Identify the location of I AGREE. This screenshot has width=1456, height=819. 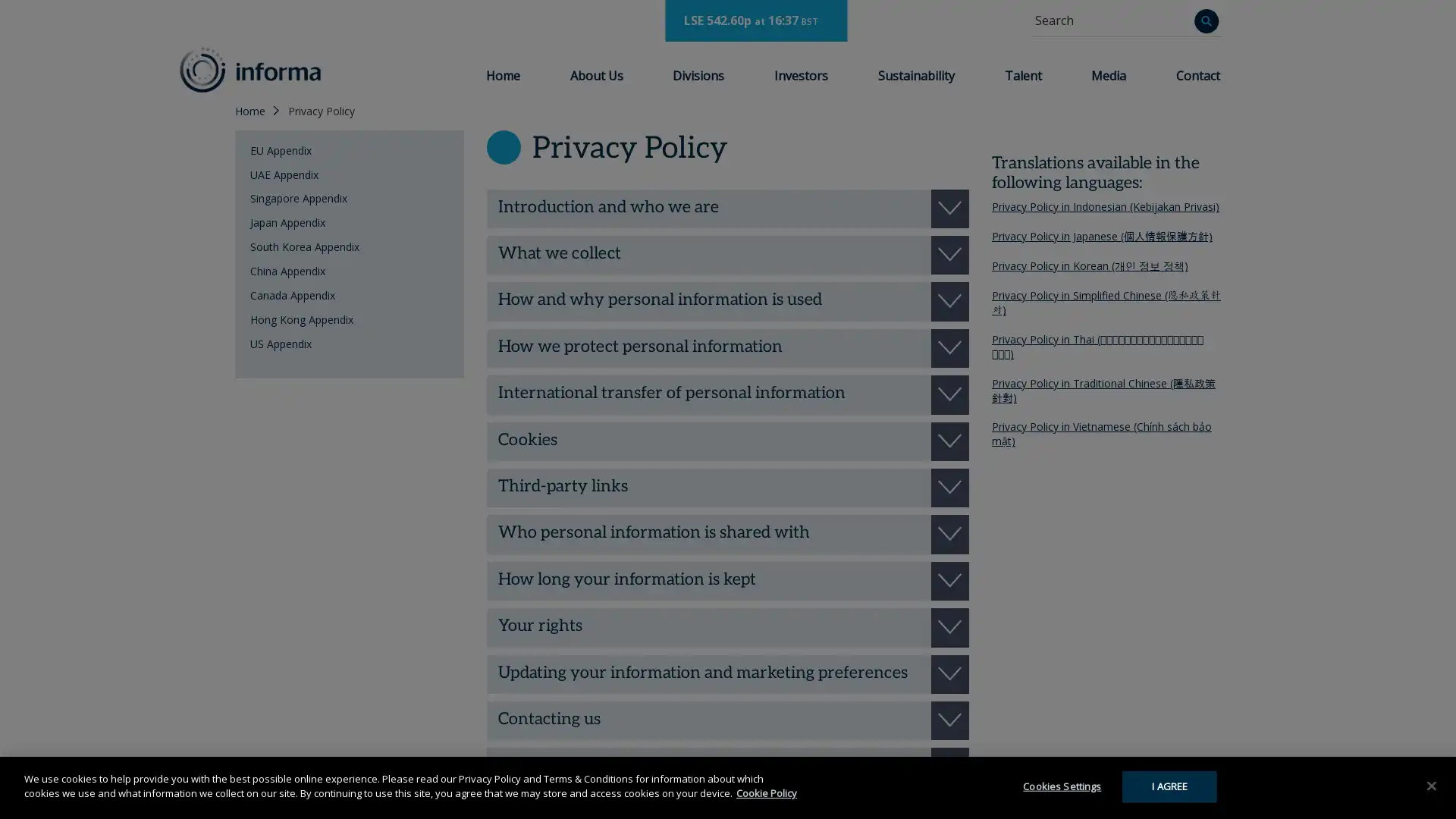
(1169, 786).